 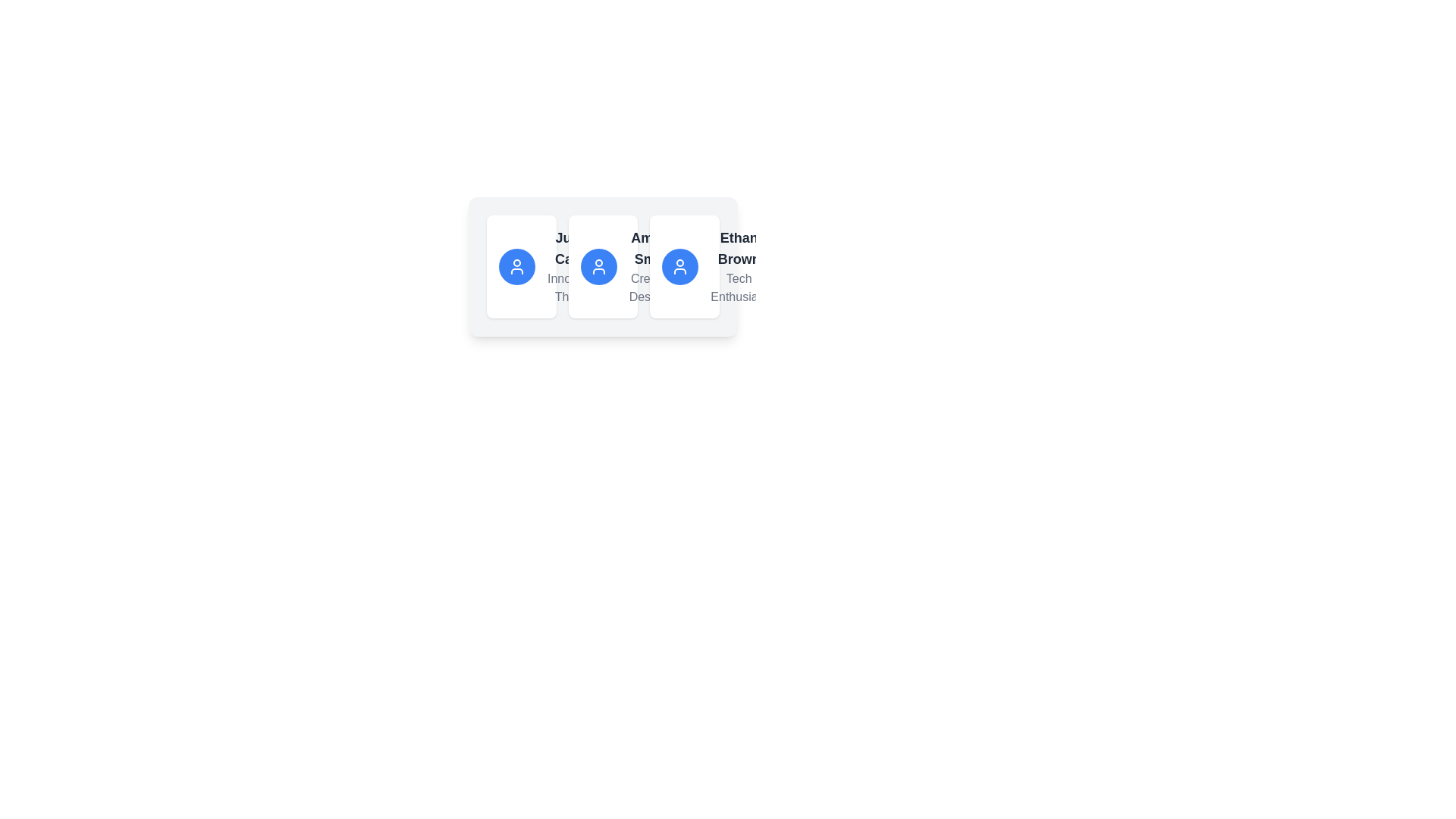 What do you see at coordinates (521, 265) in the screenshot?
I see `the Profile Card for 'Julian Carter', which is the first card in the left-most column of the grid layout` at bounding box center [521, 265].